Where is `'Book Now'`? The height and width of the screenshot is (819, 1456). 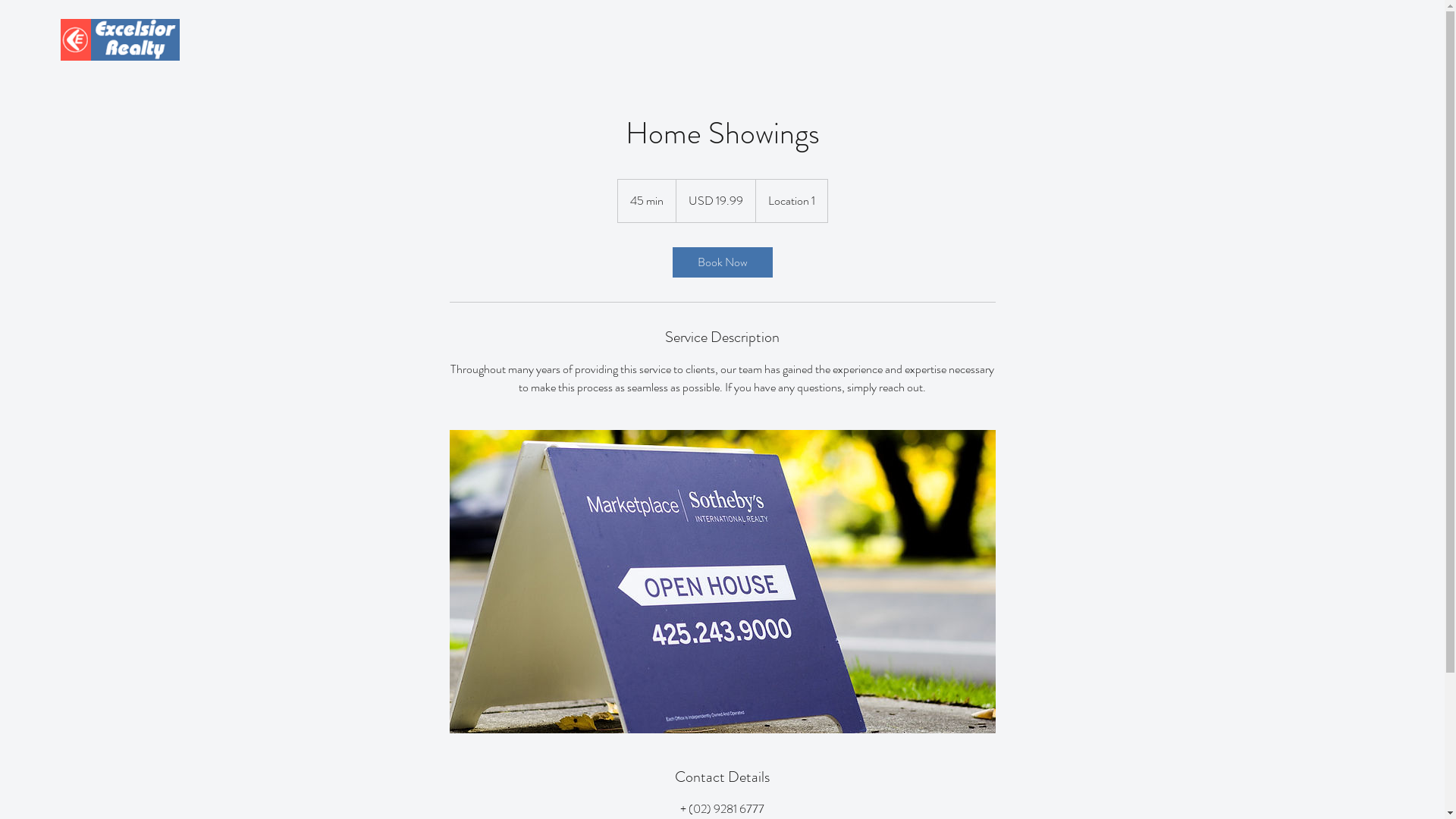 'Book Now' is located at coordinates (720, 262).